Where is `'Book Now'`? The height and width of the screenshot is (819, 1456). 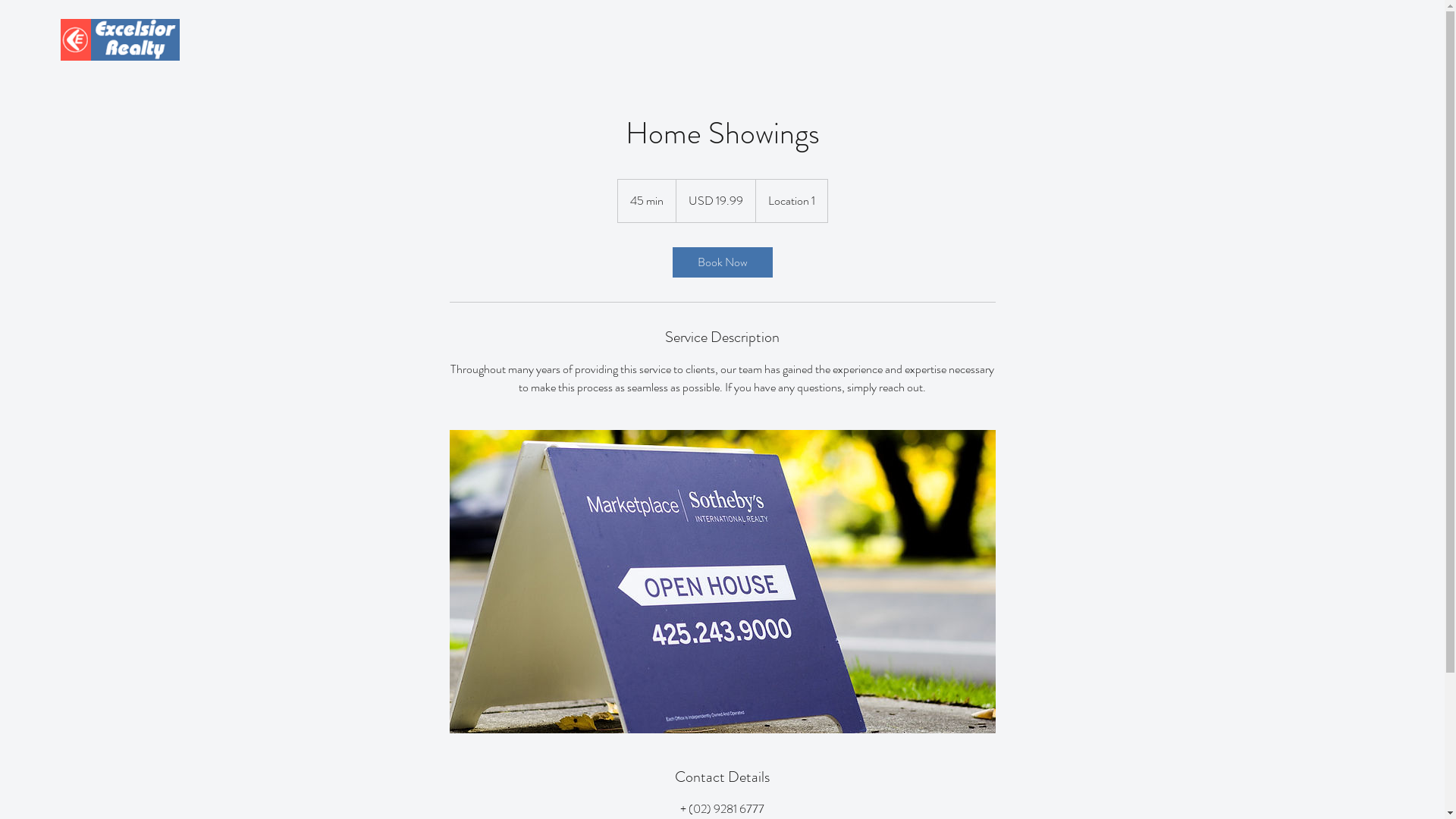 'Book Now' is located at coordinates (720, 262).